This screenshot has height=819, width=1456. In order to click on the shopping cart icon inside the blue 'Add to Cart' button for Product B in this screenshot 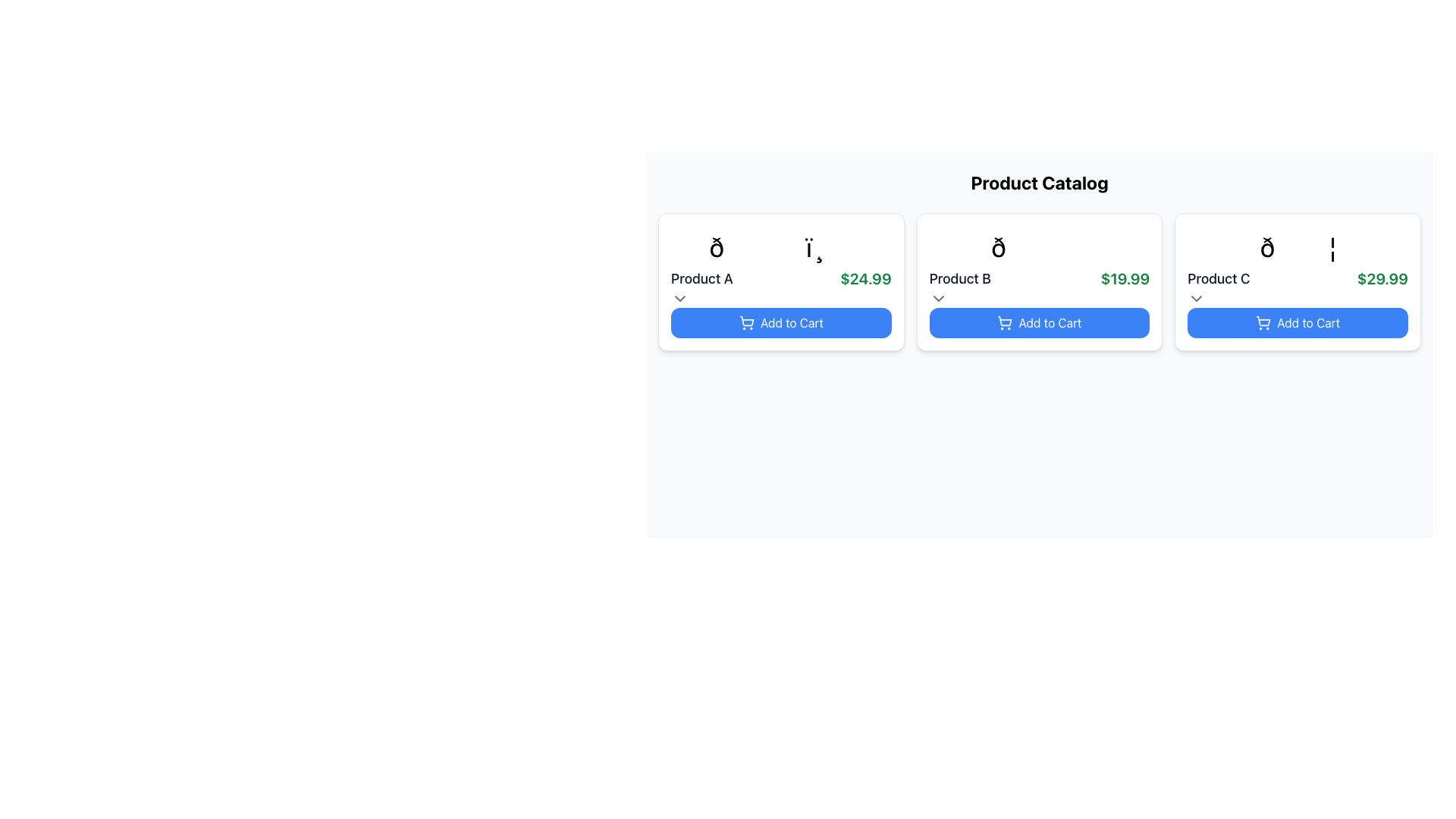, I will do `click(1005, 322)`.